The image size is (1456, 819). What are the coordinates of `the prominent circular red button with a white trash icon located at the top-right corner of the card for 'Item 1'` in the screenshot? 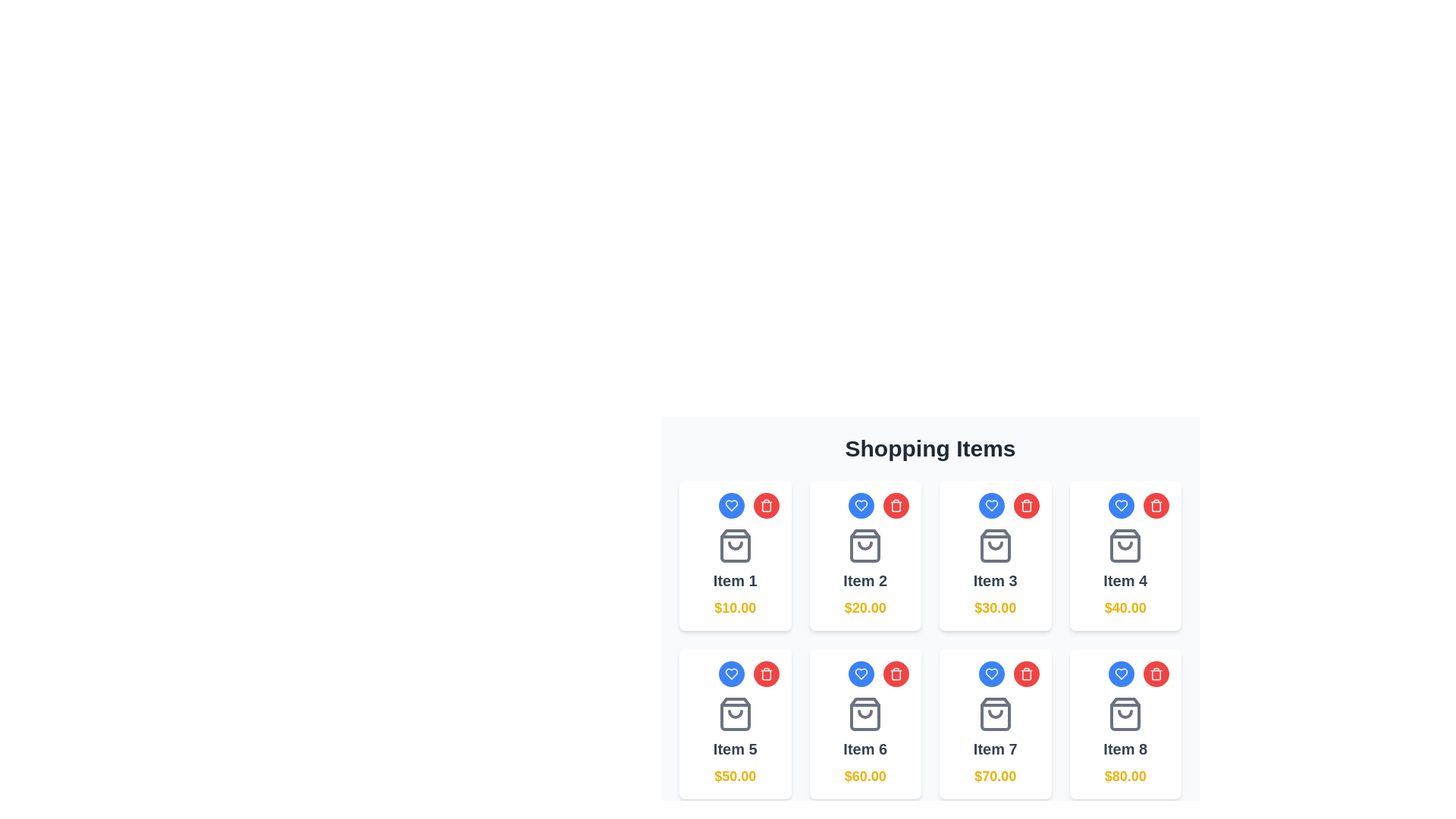 It's located at (766, 506).